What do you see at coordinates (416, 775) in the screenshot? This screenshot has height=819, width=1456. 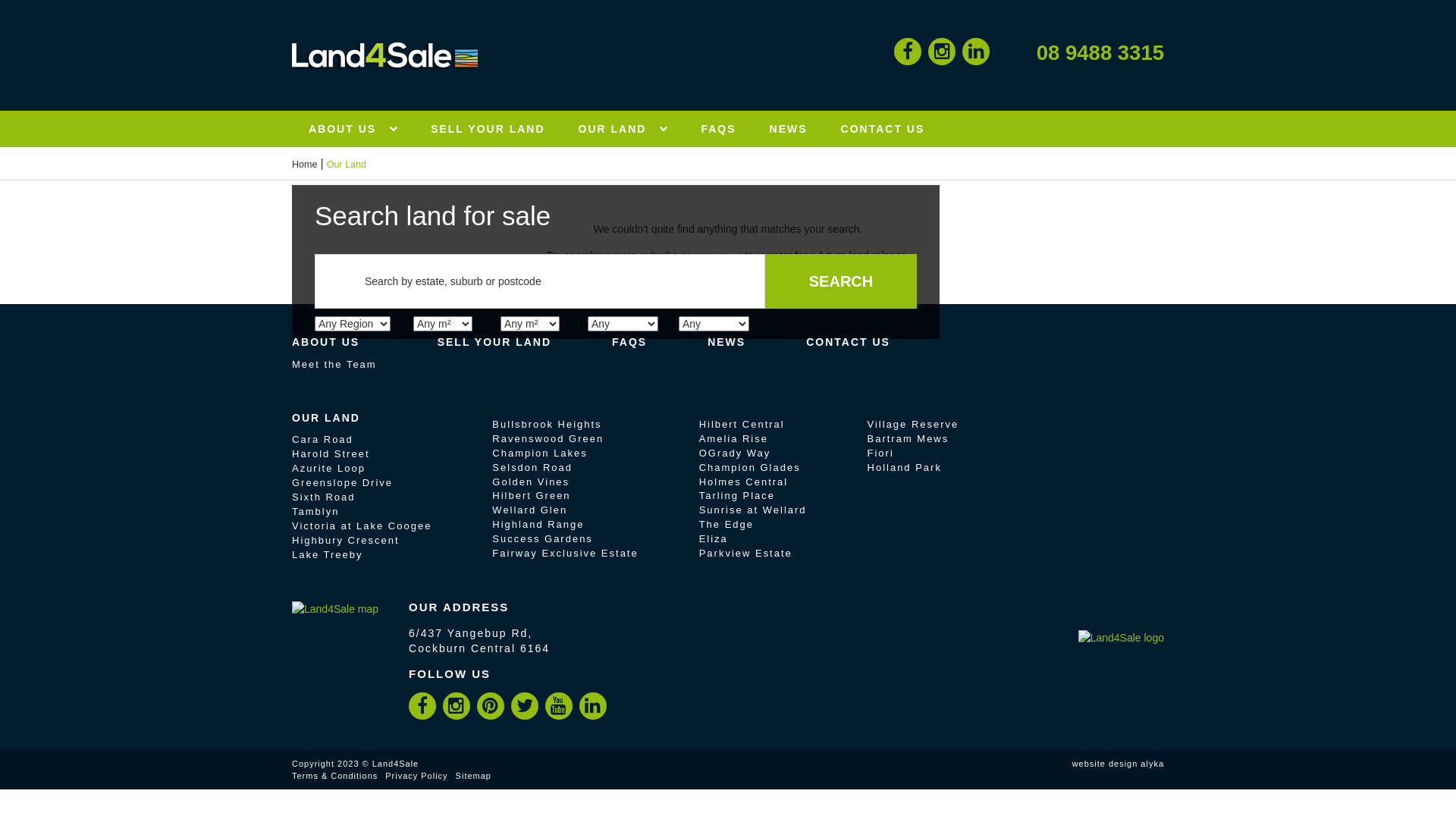 I see `'Privacy Policy'` at bounding box center [416, 775].